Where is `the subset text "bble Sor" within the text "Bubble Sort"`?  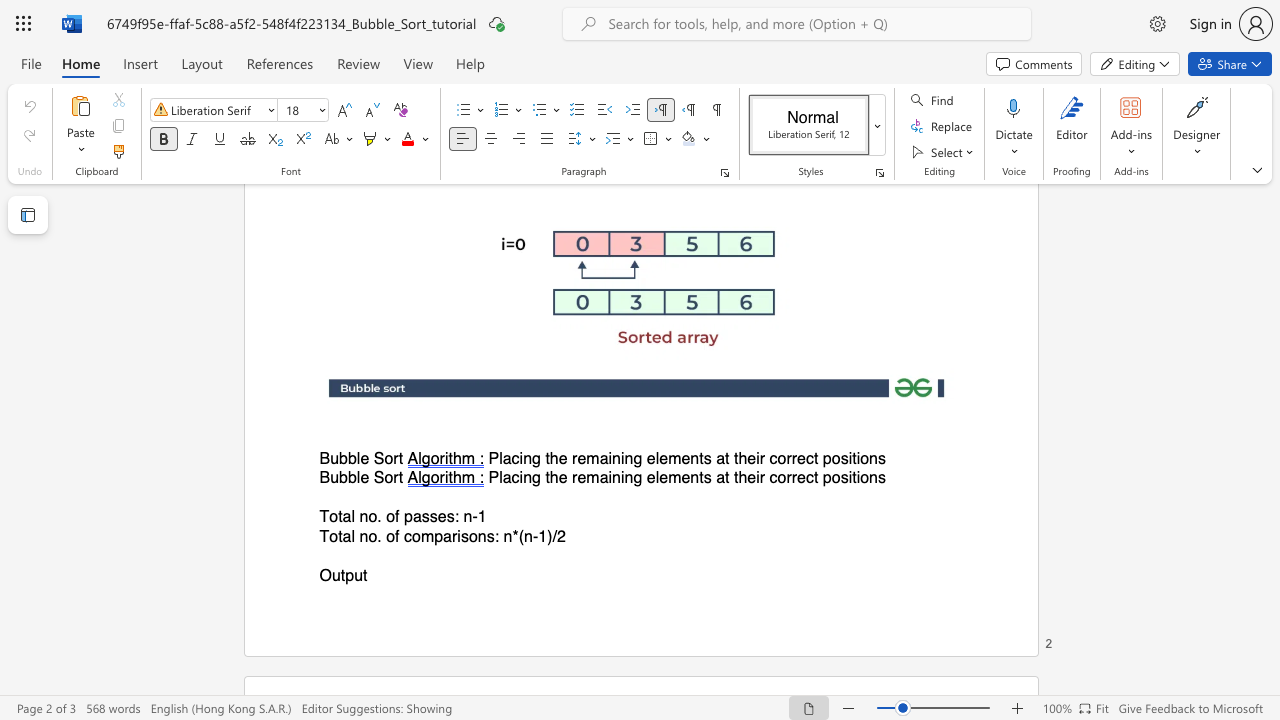 the subset text "bble Sor" within the text "Bubble Sort" is located at coordinates (339, 478).